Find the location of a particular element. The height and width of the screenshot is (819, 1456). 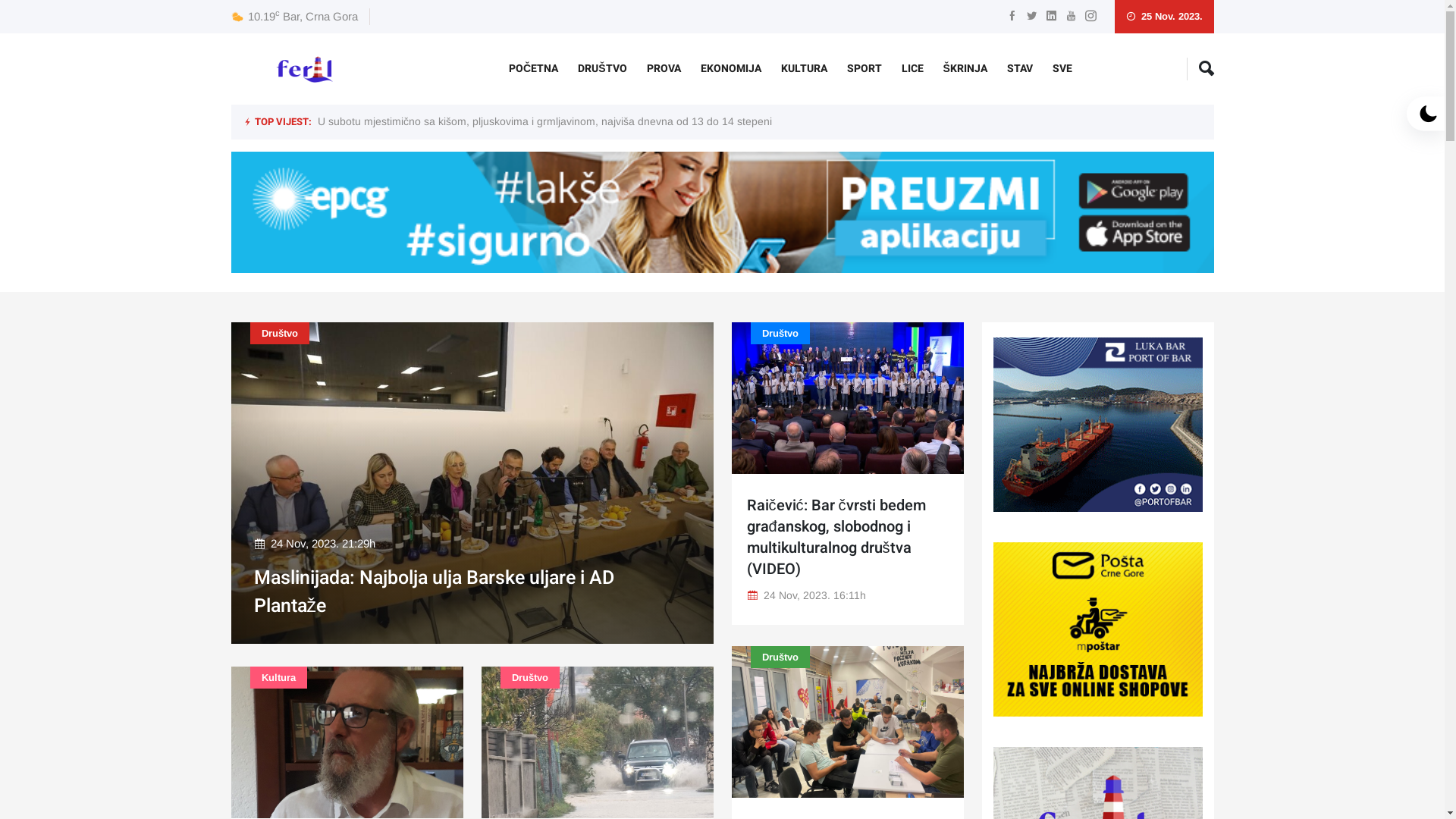

'SPORT' is located at coordinates (864, 68).